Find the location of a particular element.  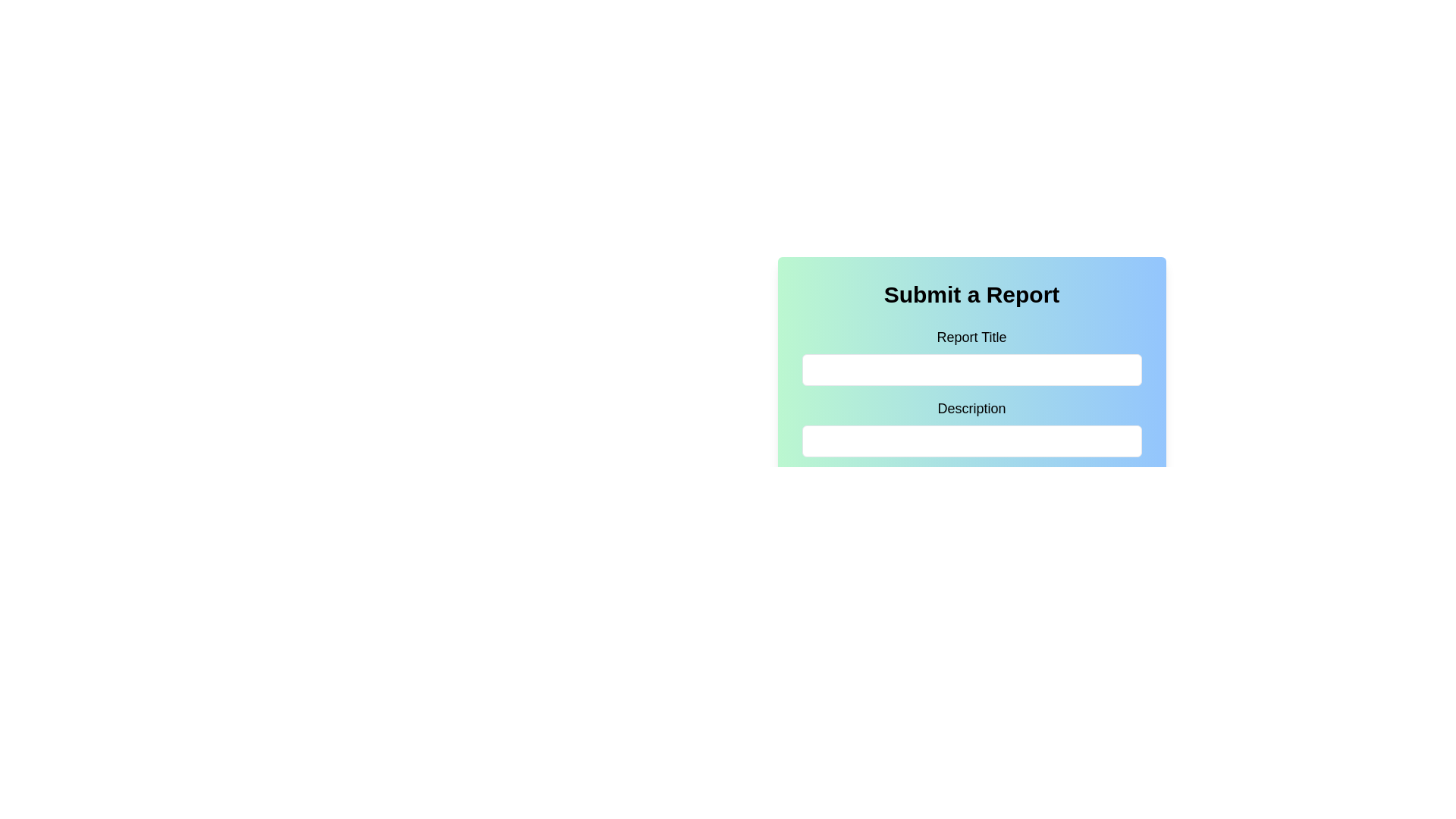

the text input field for entering the report title, which is located below the 'Submit a Report' title and the 'Report Title' label, to focus on it is located at coordinates (971, 353).